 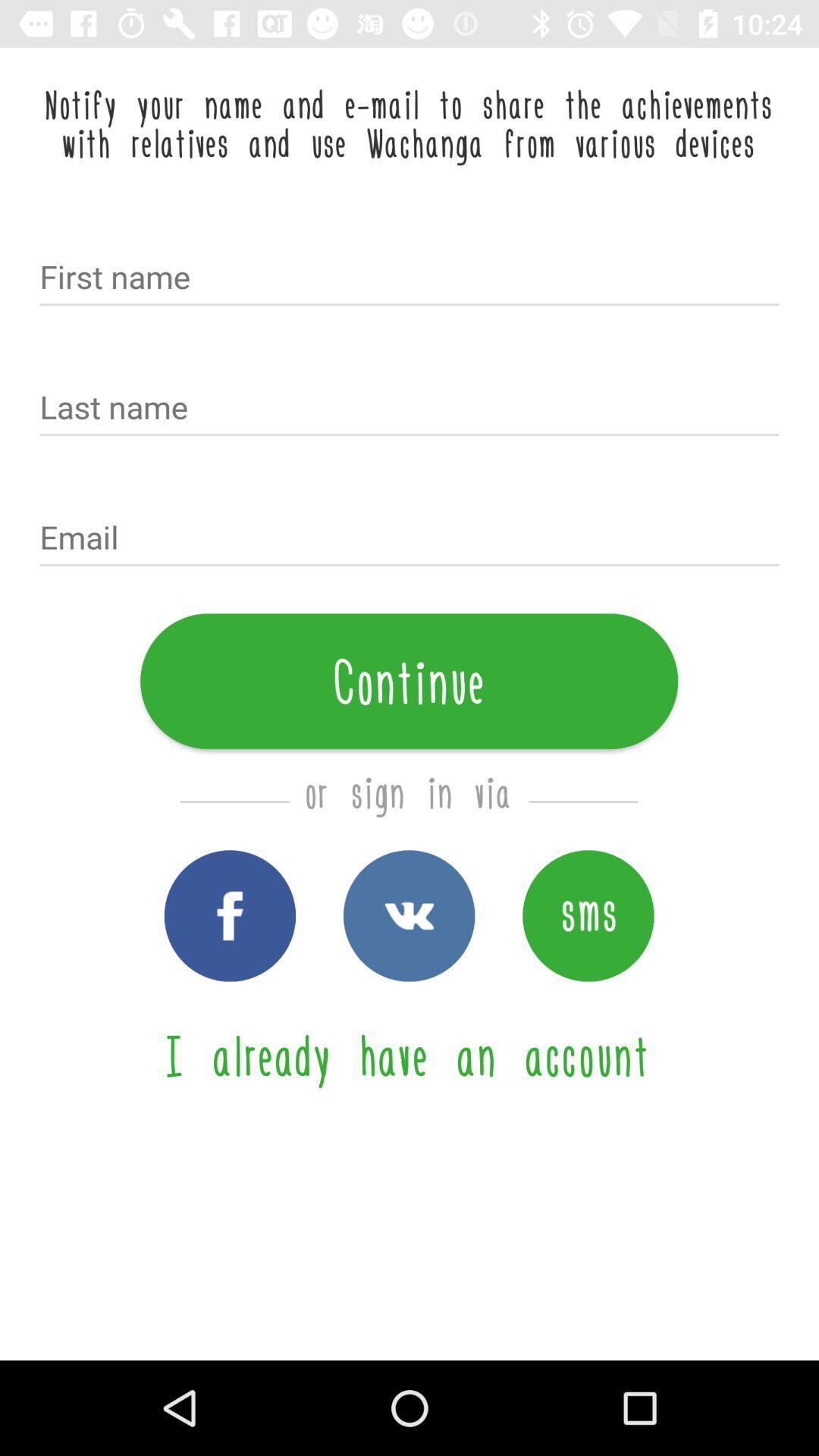 What do you see at coordinates (587, 915) in the screenshot?
I see `sign in via text messaging` at bounding box center [587, 915].